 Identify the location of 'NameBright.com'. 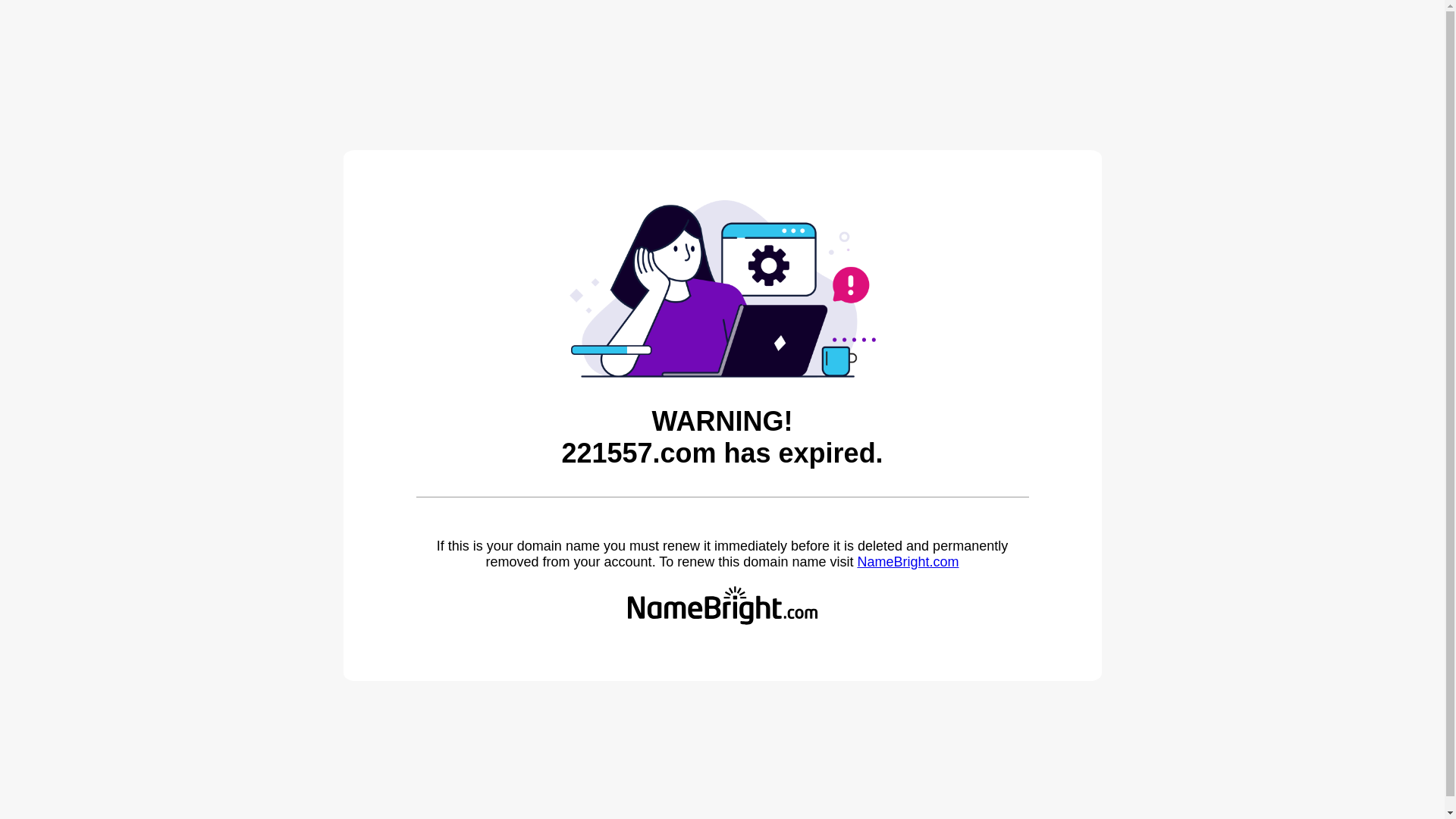
(907, 561).